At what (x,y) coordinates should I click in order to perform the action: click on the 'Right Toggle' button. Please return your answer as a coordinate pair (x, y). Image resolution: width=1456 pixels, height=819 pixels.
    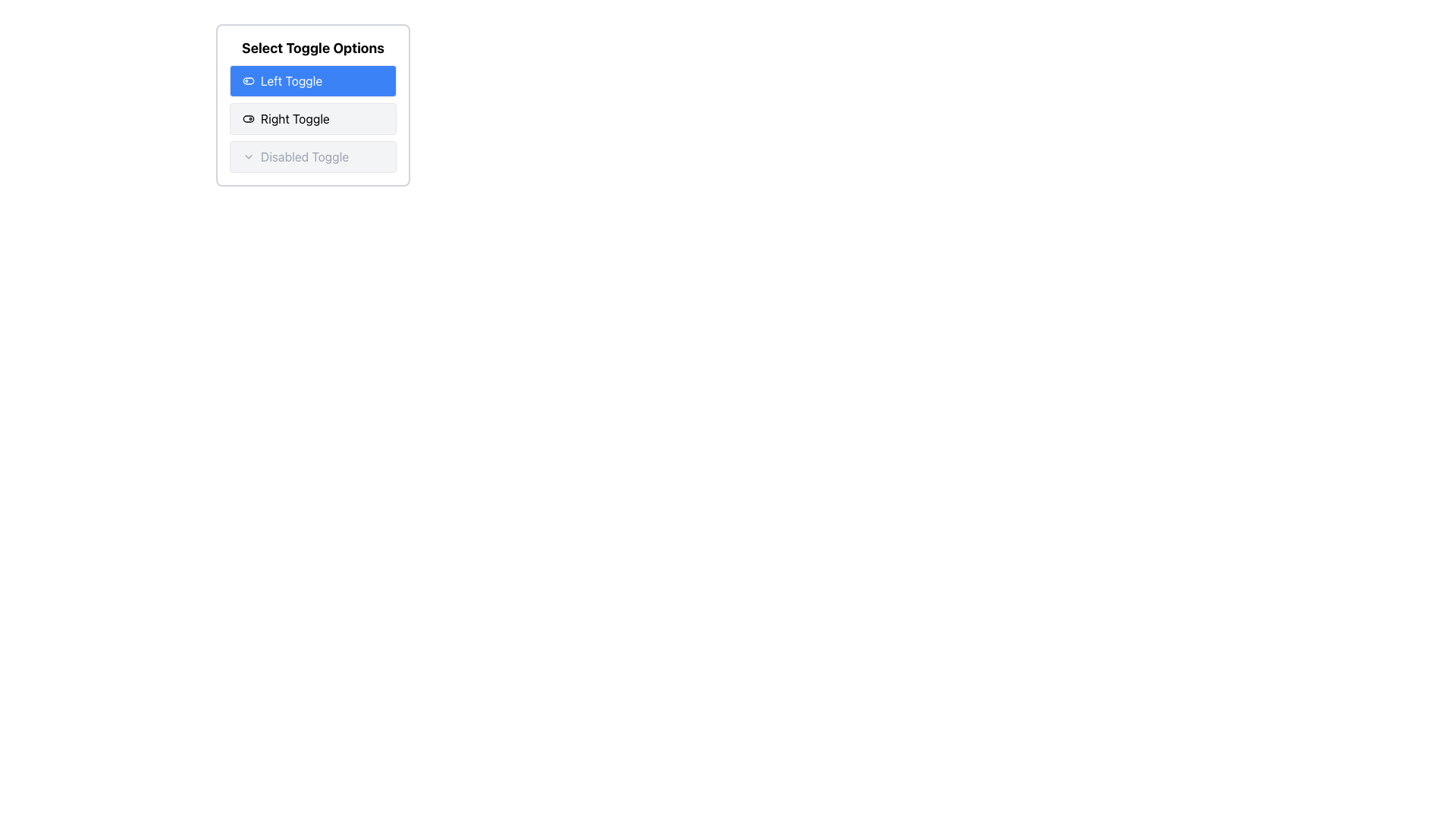
    Looking at the image, I should click on (312, 118).